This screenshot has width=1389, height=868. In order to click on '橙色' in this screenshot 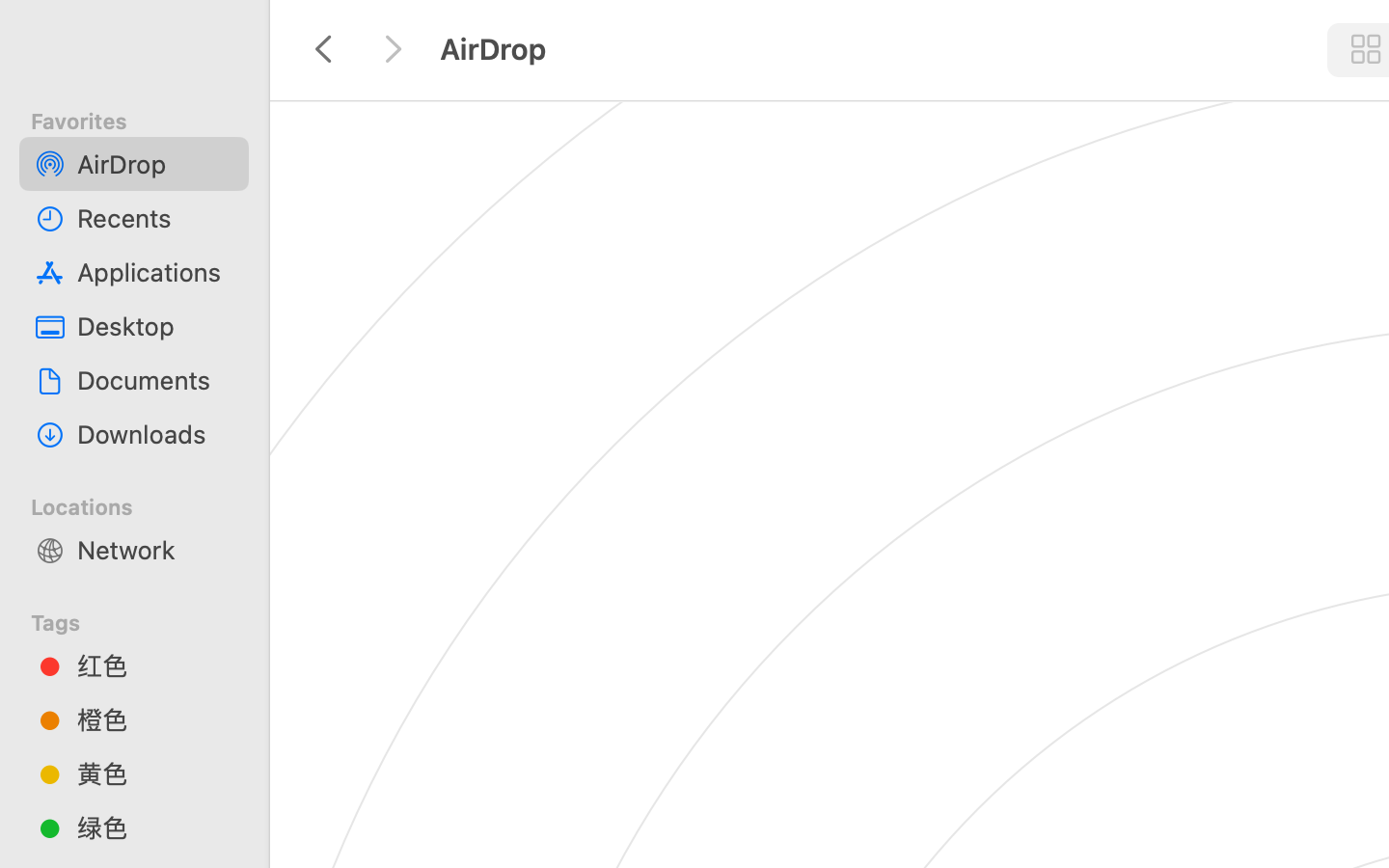, I will do `click(153, 719)`.